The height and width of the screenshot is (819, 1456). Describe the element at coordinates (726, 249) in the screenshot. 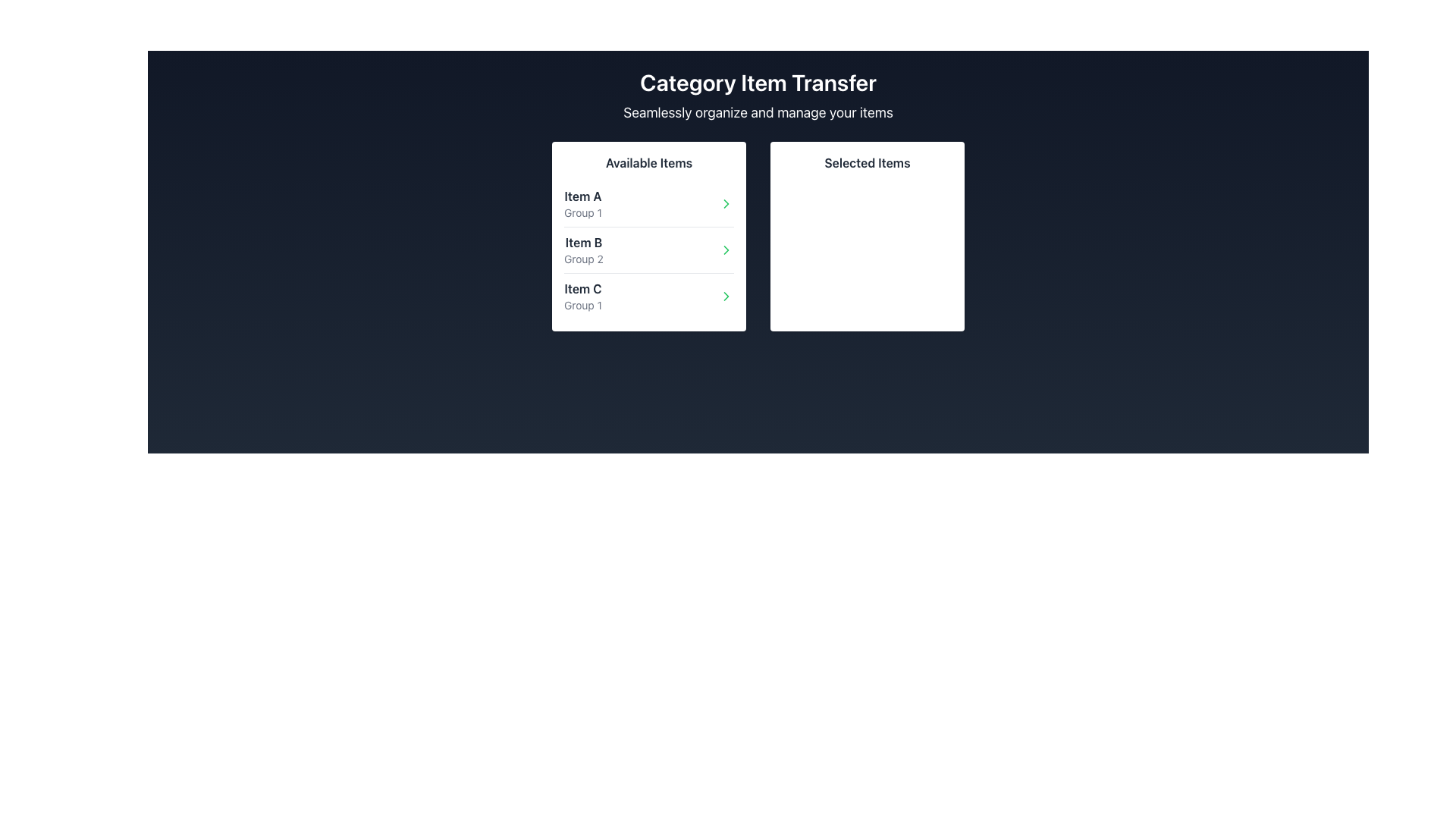

I see `the chevron/arrow icon located to the right of 'Item B, Group 2' in the 'Available Items' section` at that location.